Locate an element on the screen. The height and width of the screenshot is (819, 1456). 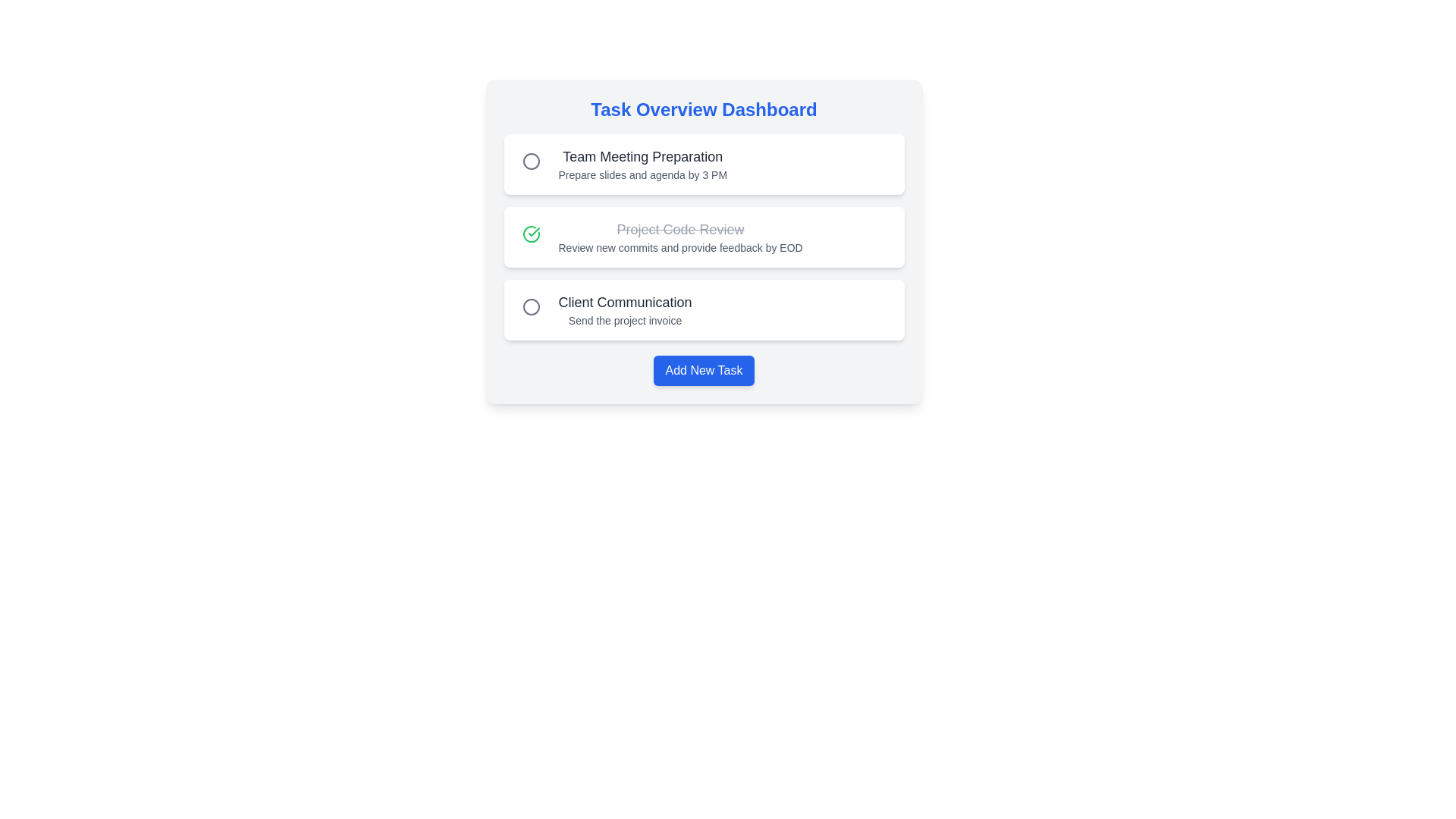
the 'Add New Task' button to initiate the task addition process is located at coordinates (703, 371).